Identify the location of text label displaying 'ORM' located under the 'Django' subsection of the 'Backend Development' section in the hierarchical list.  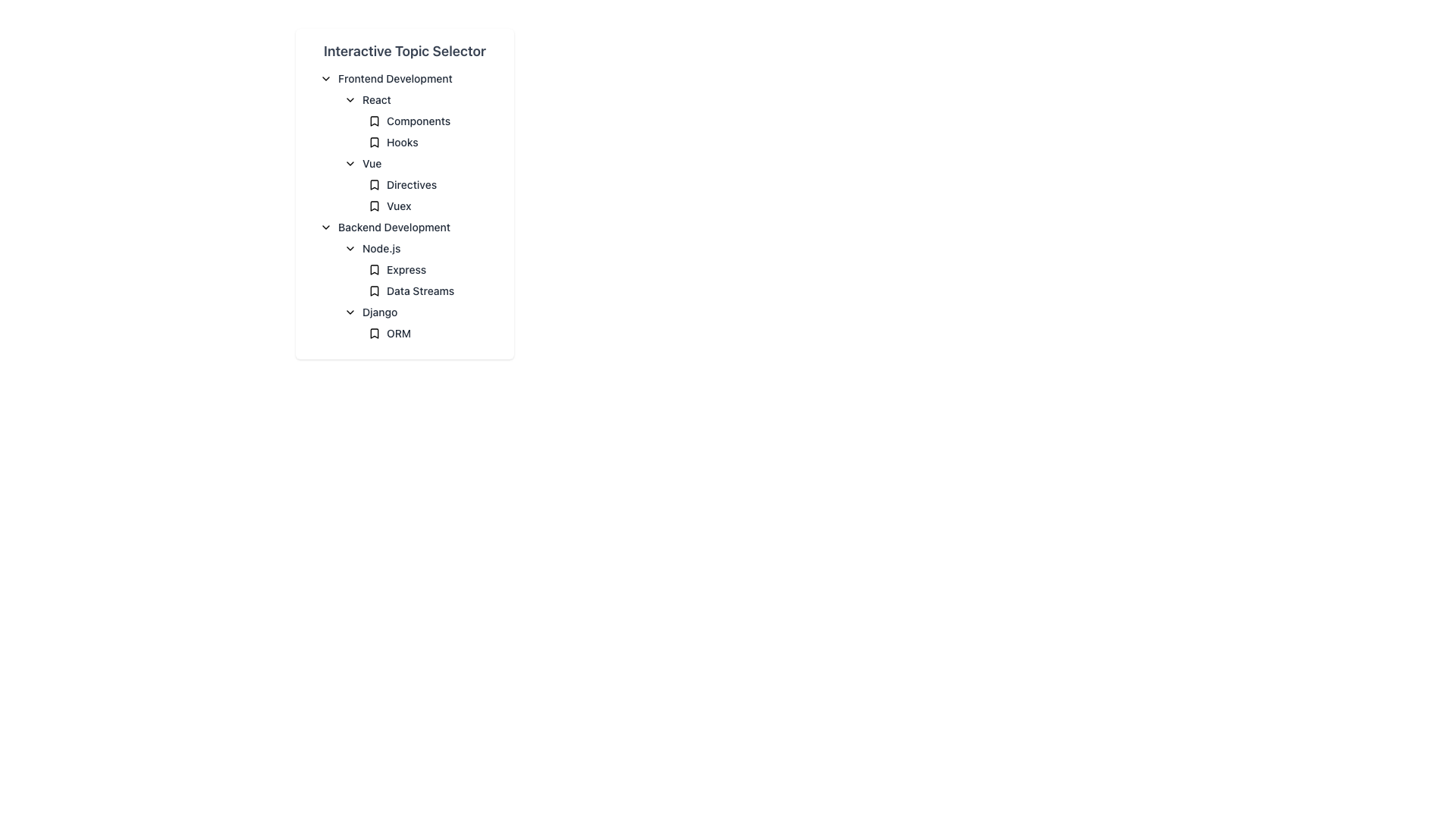
(399, 332).